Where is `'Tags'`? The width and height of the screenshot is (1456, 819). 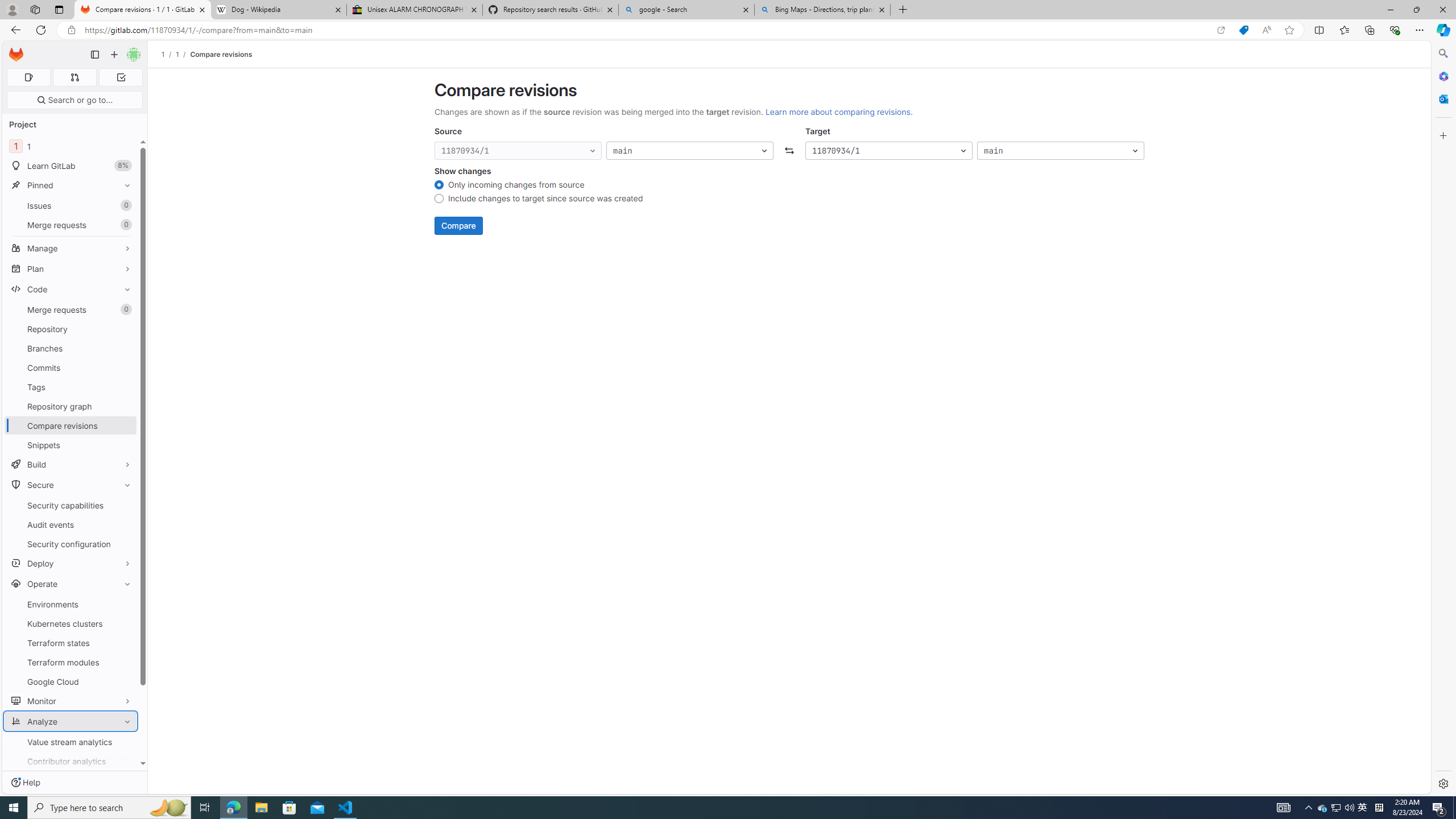 'Tags' is located at coordinates (70, 386).